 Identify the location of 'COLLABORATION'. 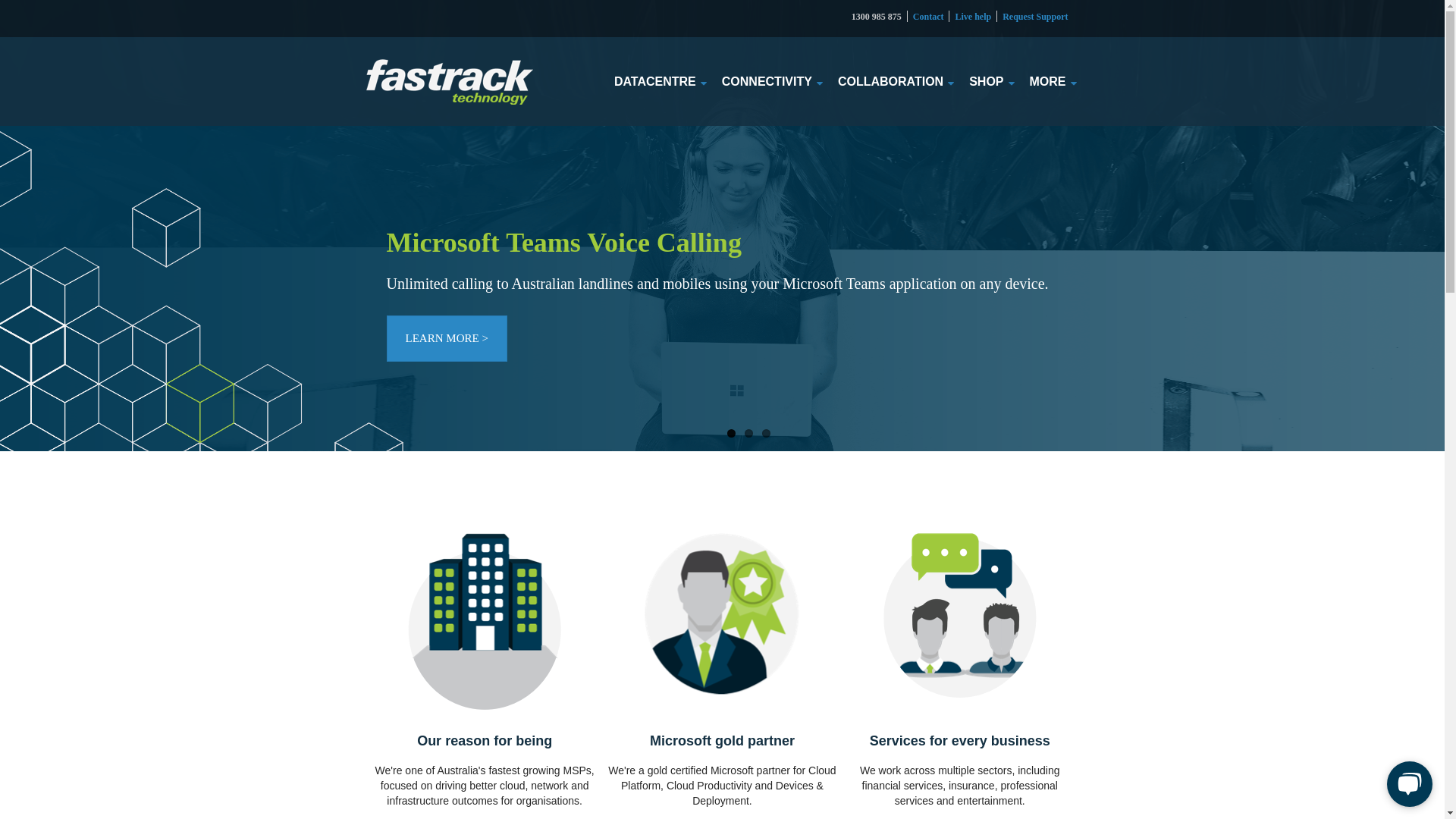
(836, 81).